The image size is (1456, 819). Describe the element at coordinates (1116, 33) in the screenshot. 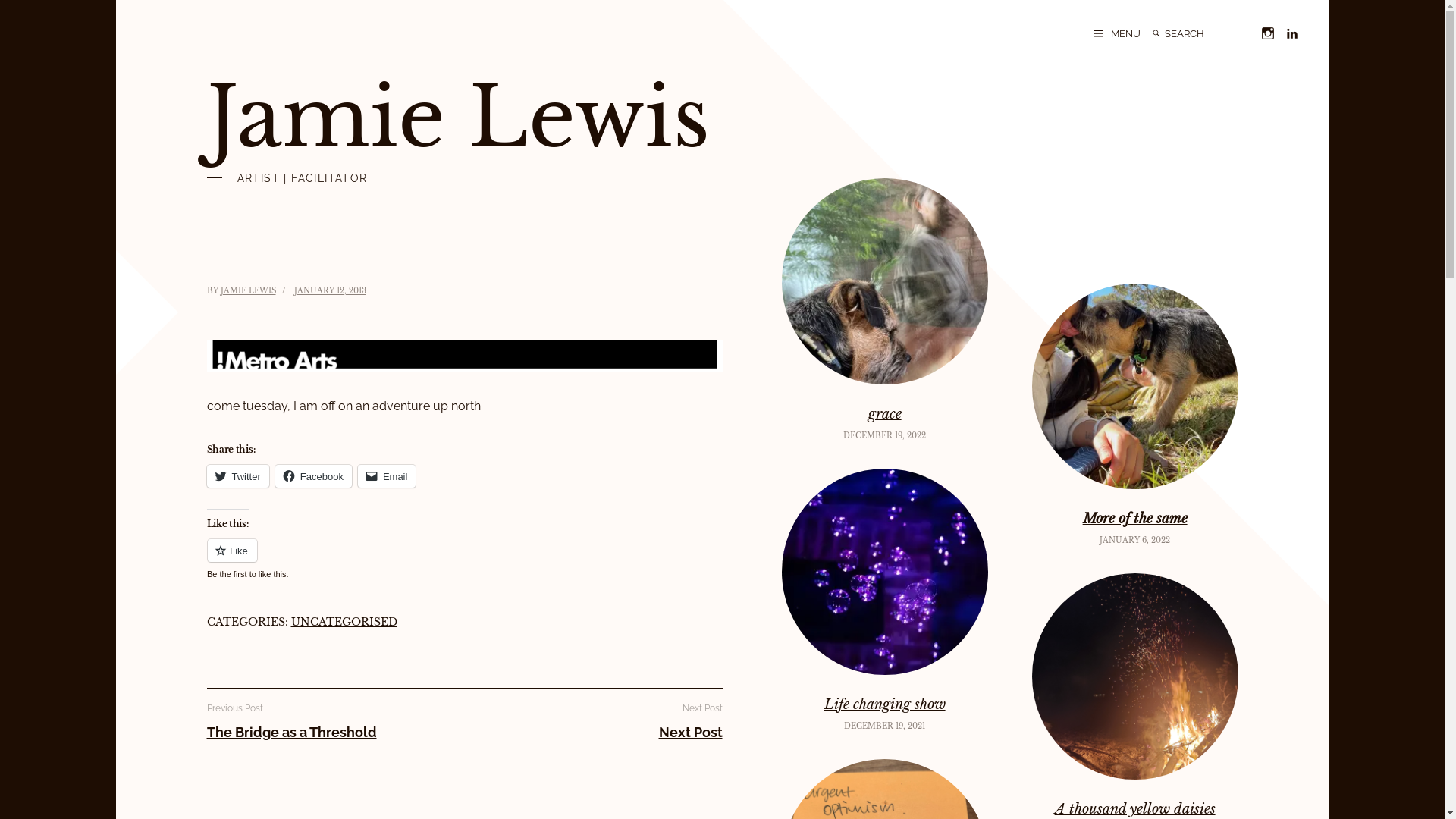

I see `'MENU'` at that location.